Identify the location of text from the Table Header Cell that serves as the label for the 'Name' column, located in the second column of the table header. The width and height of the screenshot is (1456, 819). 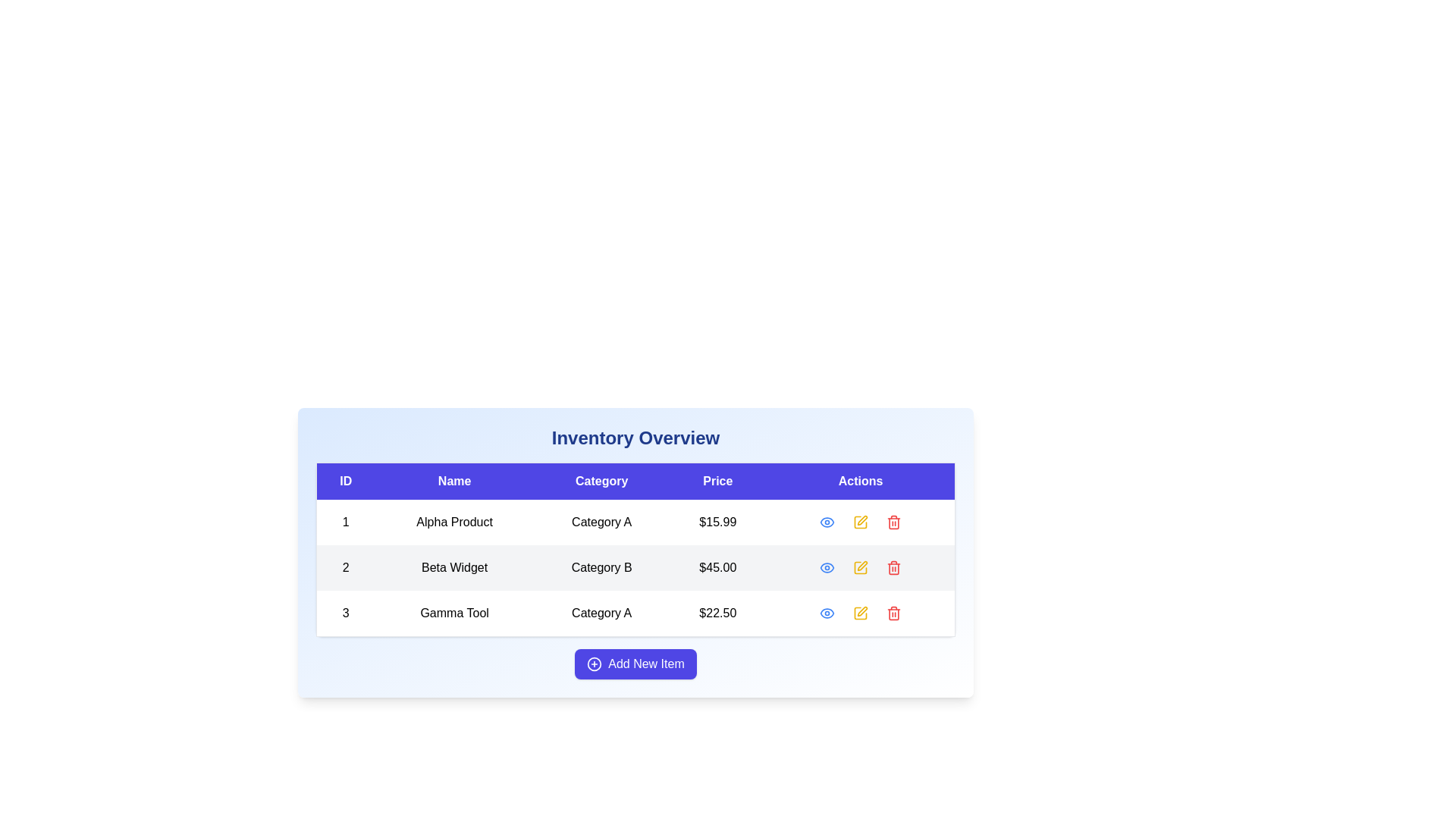
(453, 481).